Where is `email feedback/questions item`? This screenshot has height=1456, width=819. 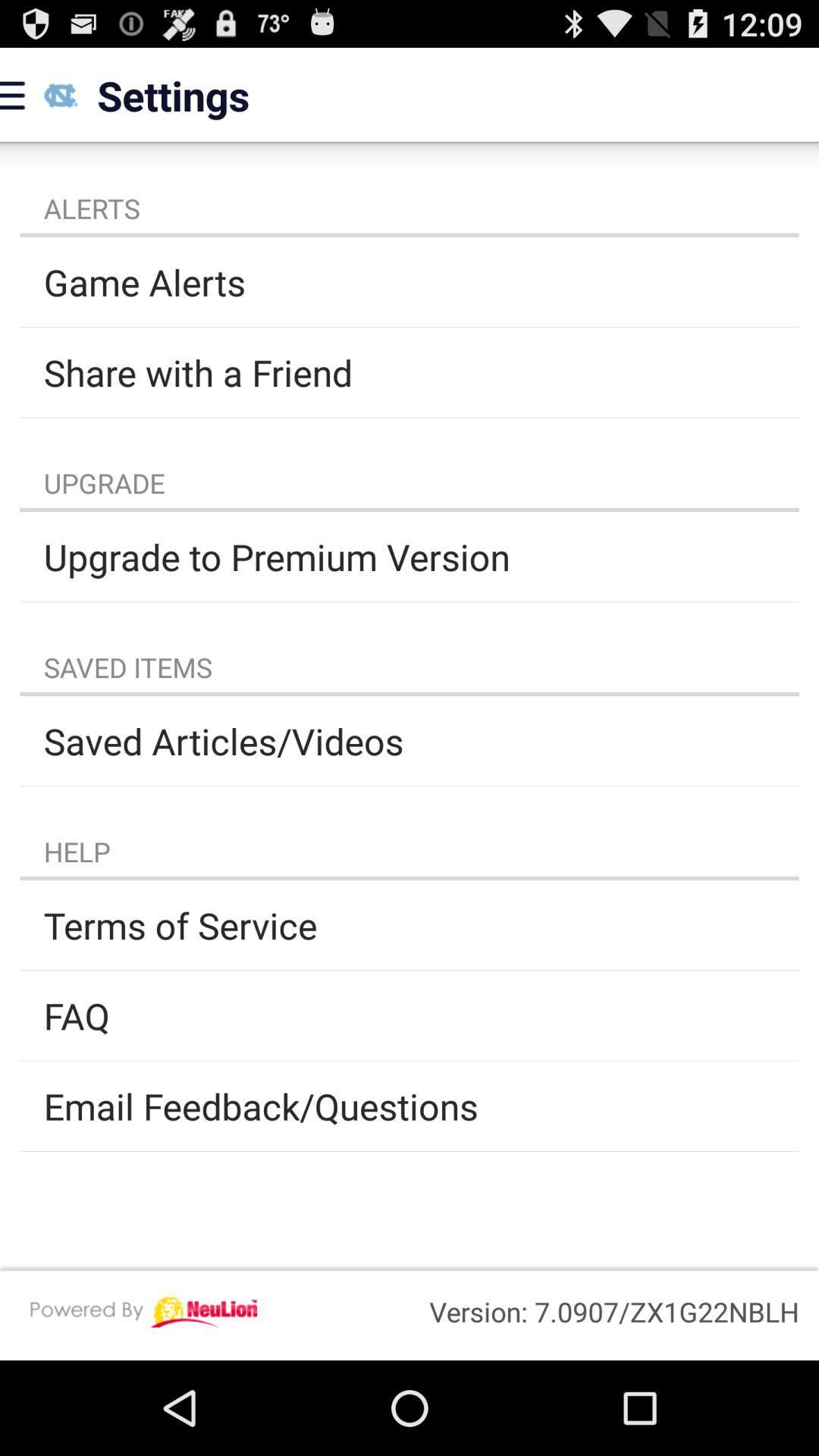
email feedback/questions item is located at coordinates (409, 1106).